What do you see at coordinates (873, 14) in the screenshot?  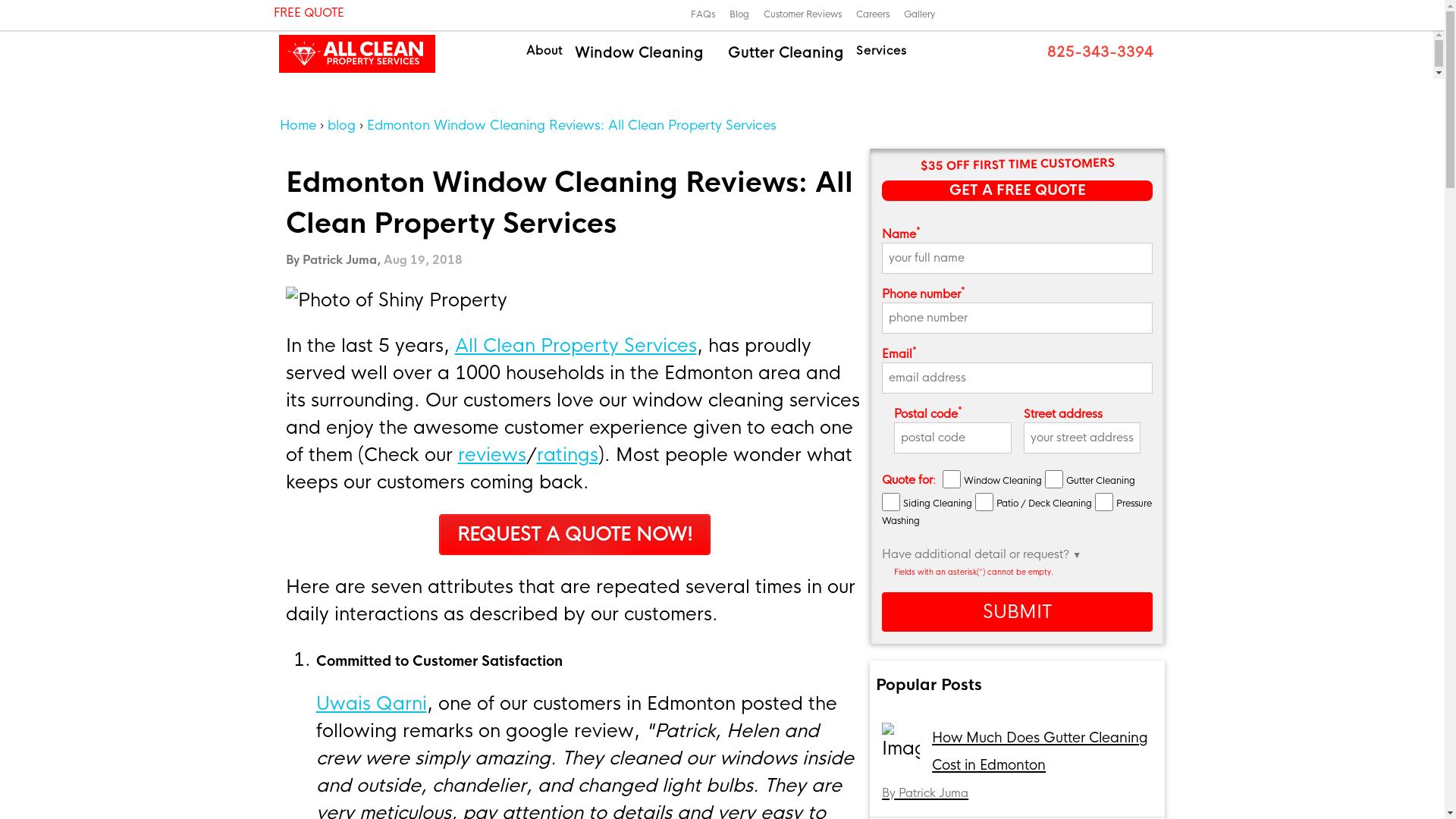 I see `'Careers'` at bounding box center [873, 14].